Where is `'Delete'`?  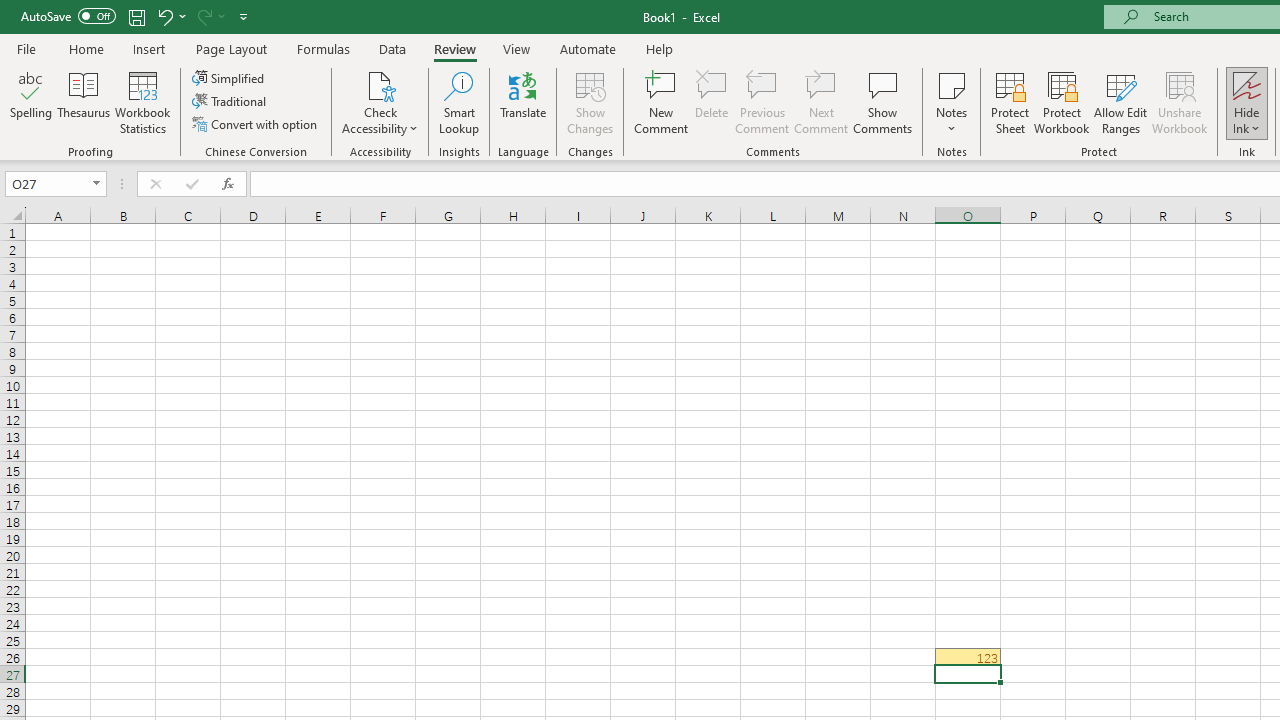 'Delete' is located at coordinates (712, 103).